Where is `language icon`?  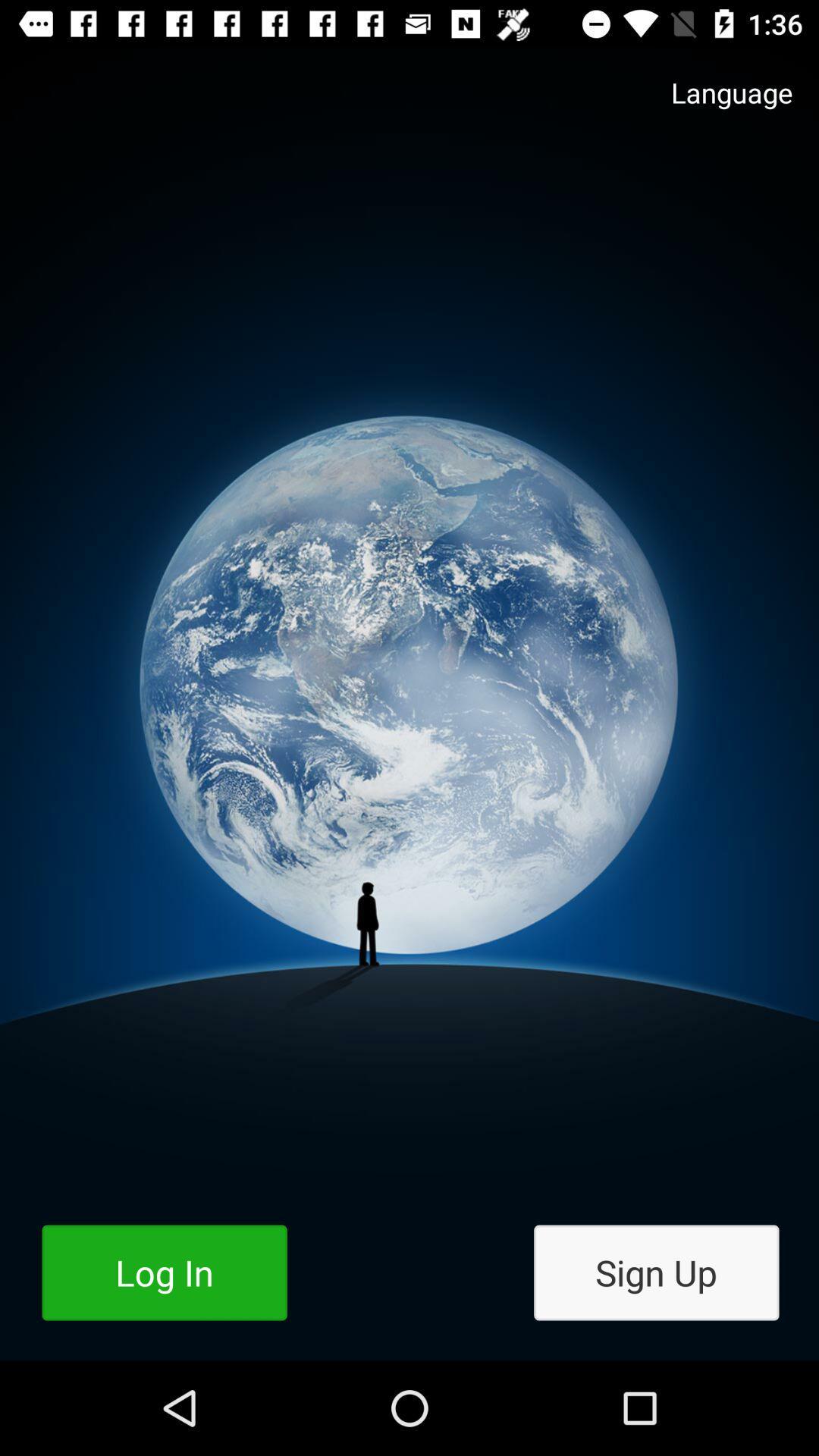 language icon is located at coordinates (717, 107).